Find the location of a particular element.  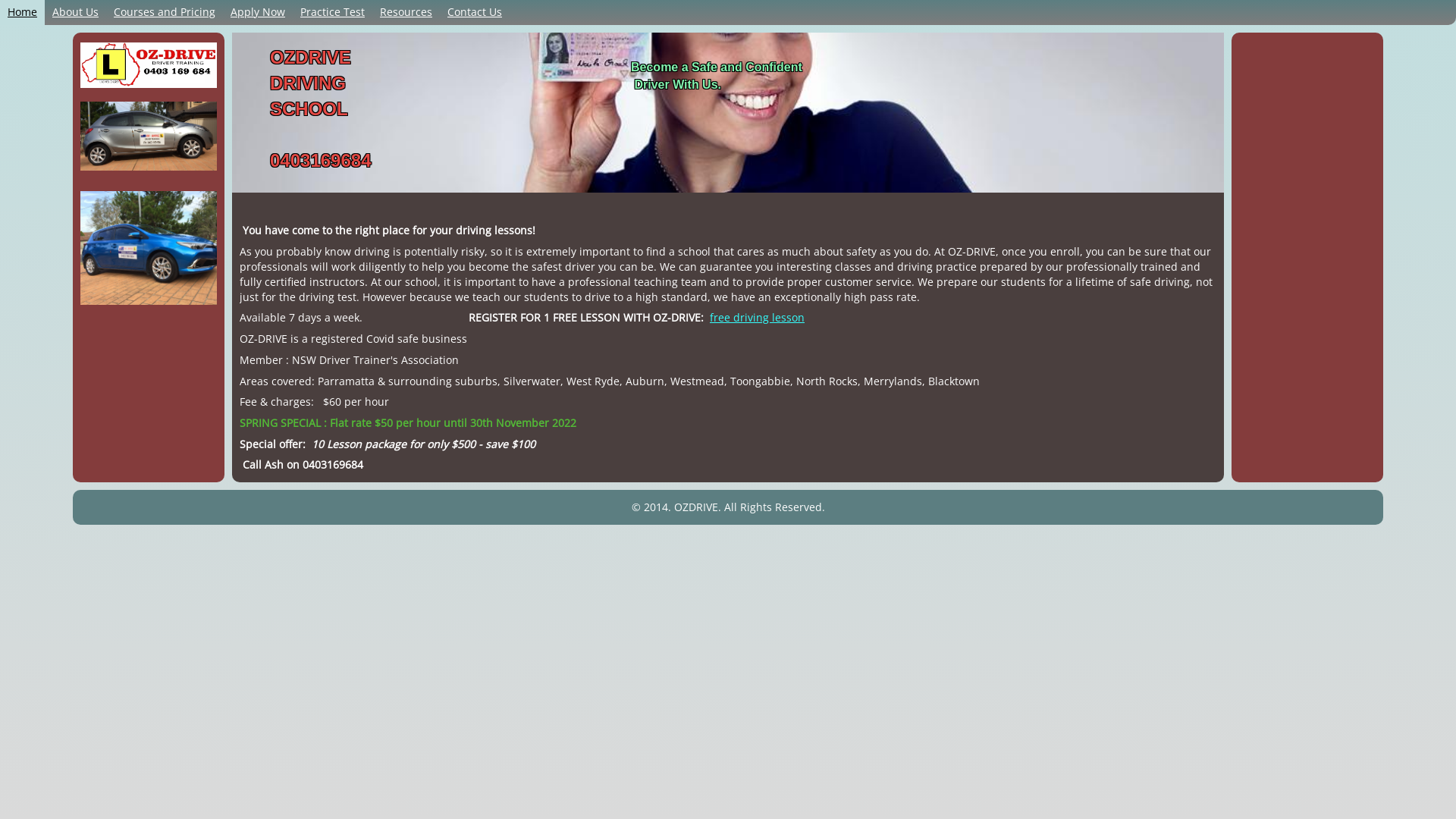

'About Us' is located at coordinates (74, 12).